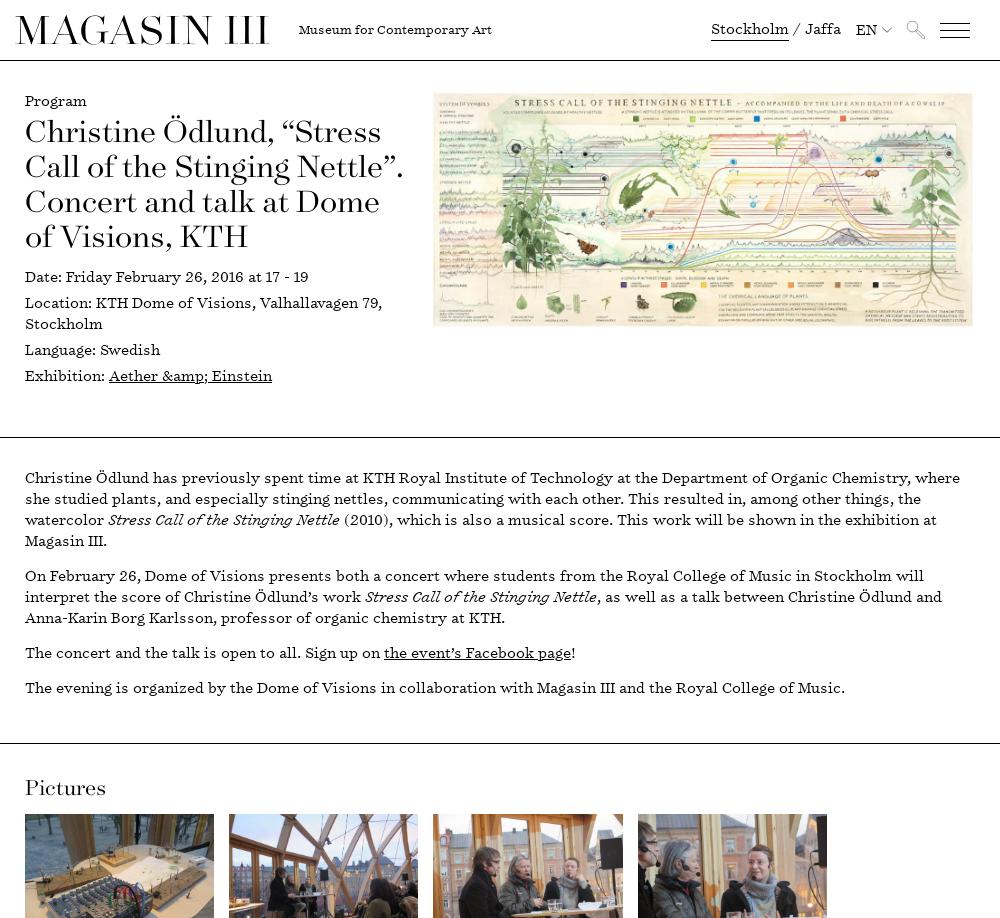  What do you see at coordinates (473, 585) in the screenshot?
I see `'On February 26, Dome of Visions presents both a concert where students from the Royal College of Music in Stockholm will interpret the score of Christine Ödlund’s work'` at bounding box center [473, 585].